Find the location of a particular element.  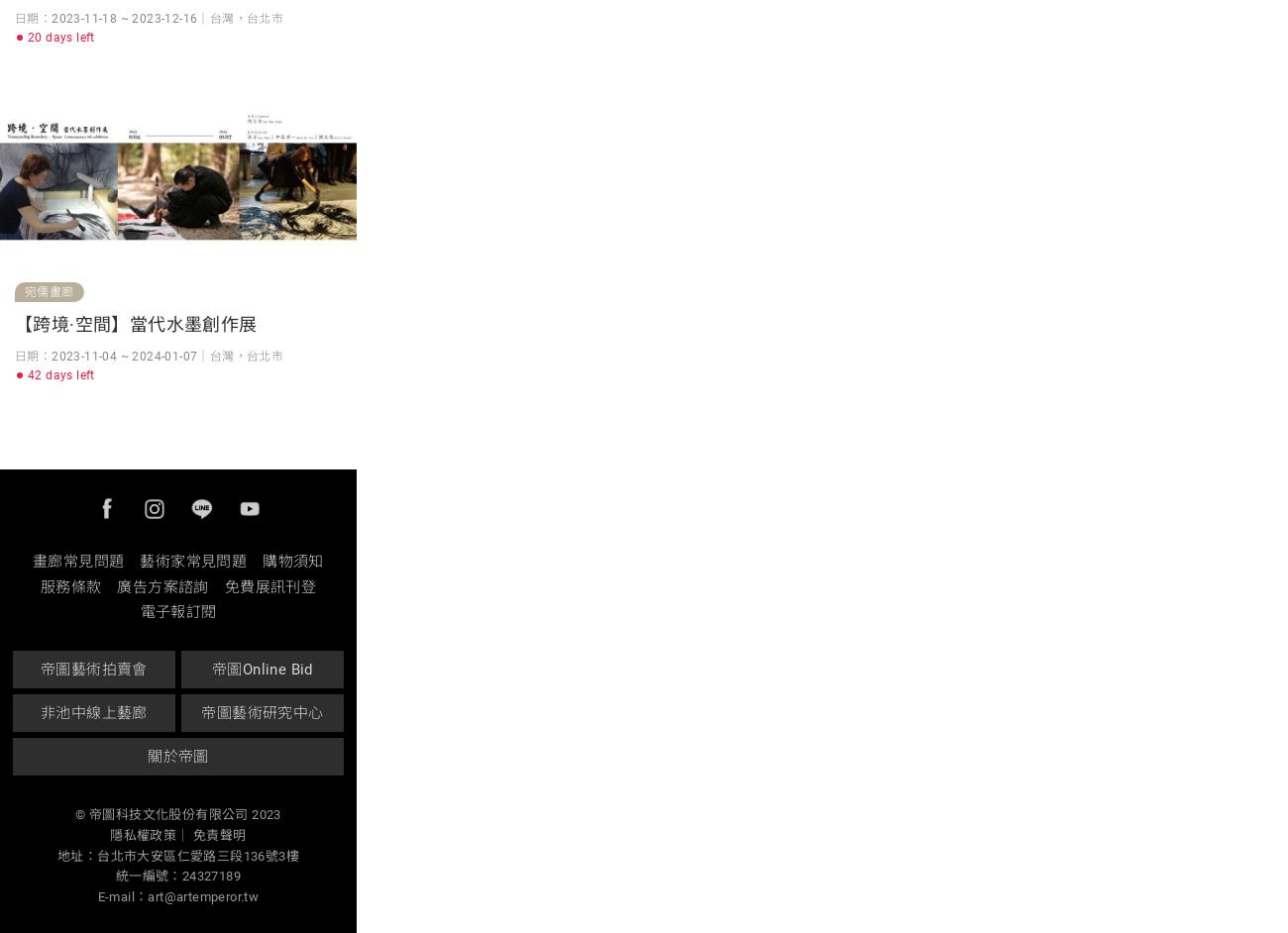

'地址｜台北市敬業二路69巷16號' is located at coordinates (139, 25).